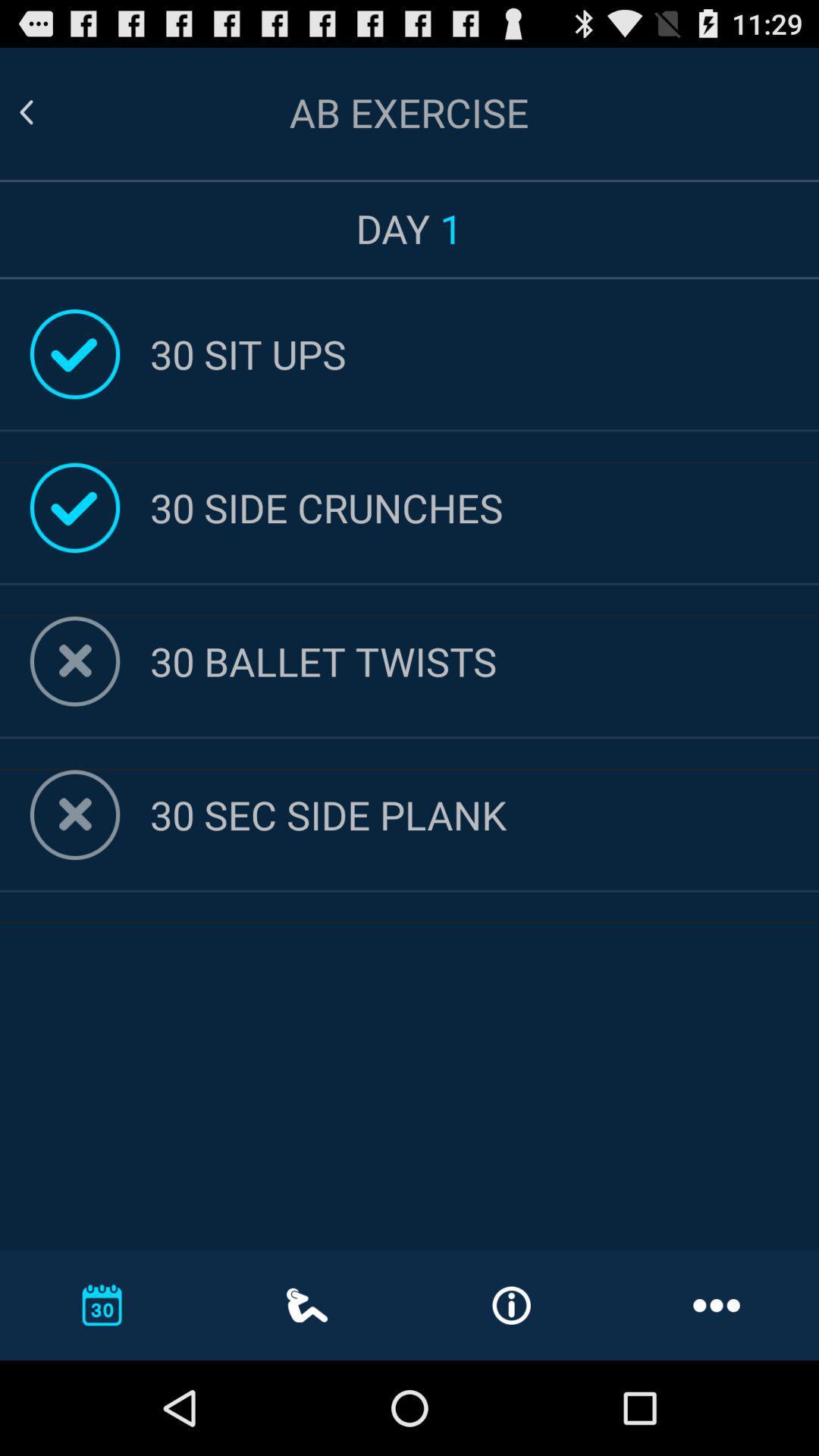  Describe the element at coordinates (512, 1305) in the screenshot. I see `more info icon at the bottom of the web page` at that location.